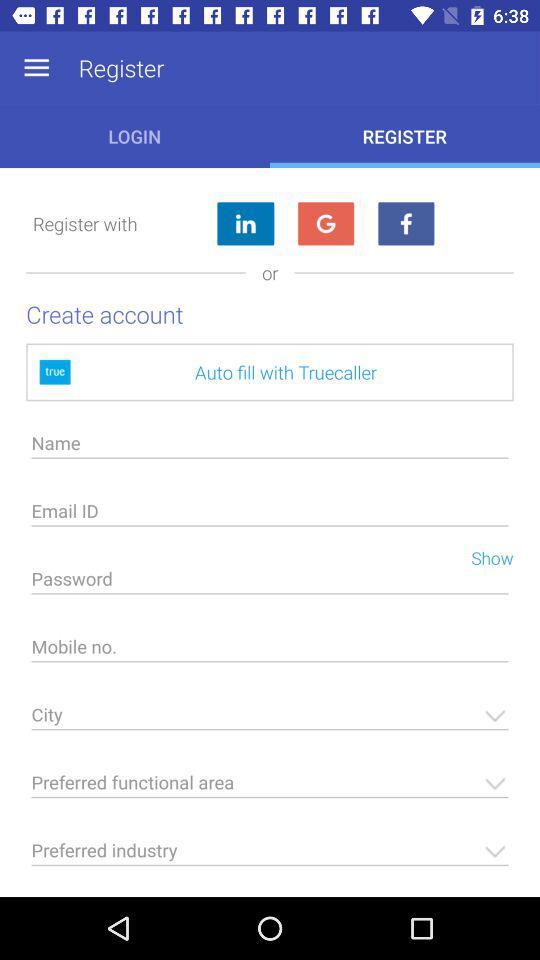 Image resolution: width=540 pixels, height=960 pixels. I want to click on log in with linkedin, so click(245, 224).